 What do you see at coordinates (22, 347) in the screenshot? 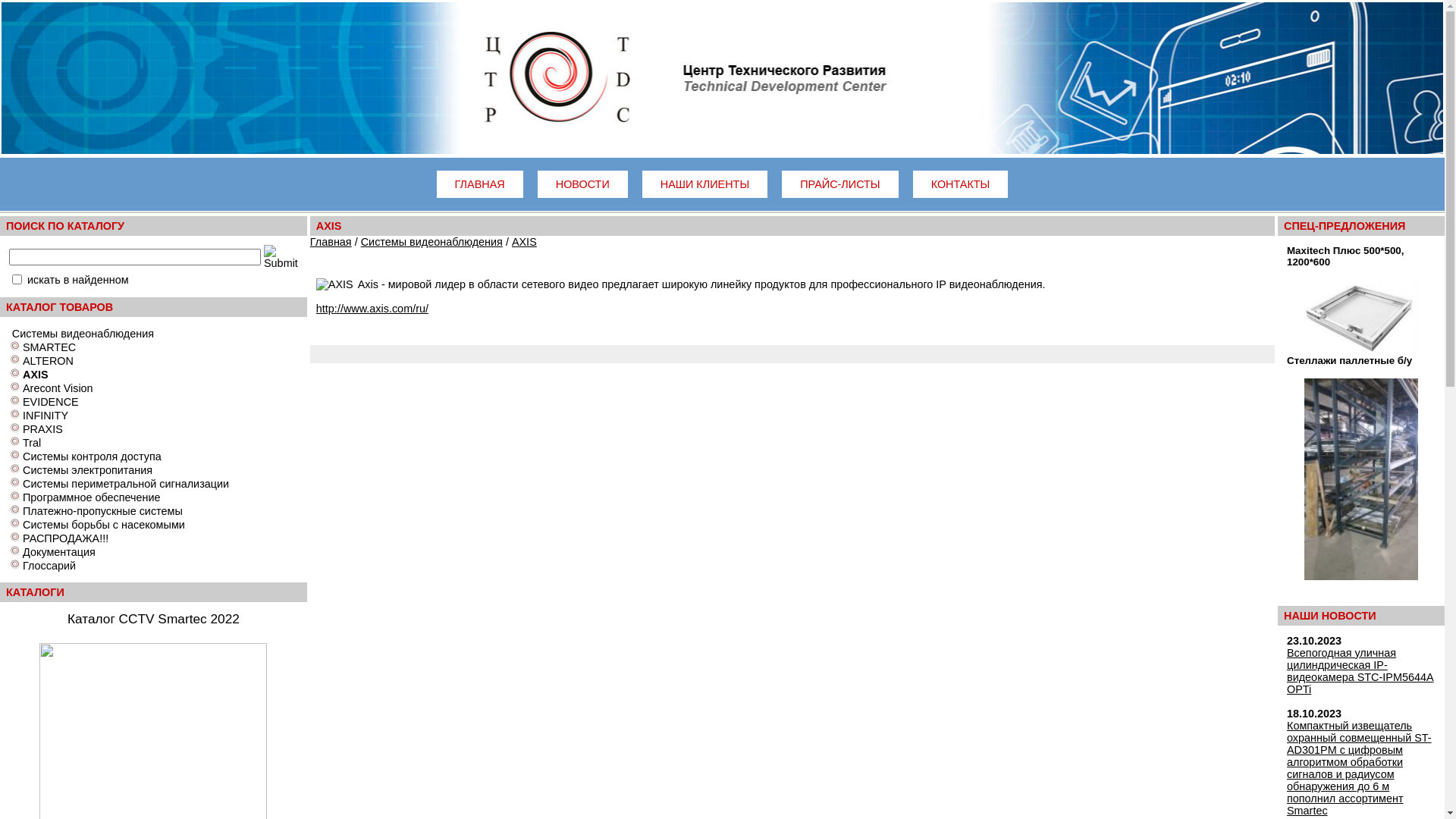
I see `'SMARTEC'` at bounding box center [22, 347].